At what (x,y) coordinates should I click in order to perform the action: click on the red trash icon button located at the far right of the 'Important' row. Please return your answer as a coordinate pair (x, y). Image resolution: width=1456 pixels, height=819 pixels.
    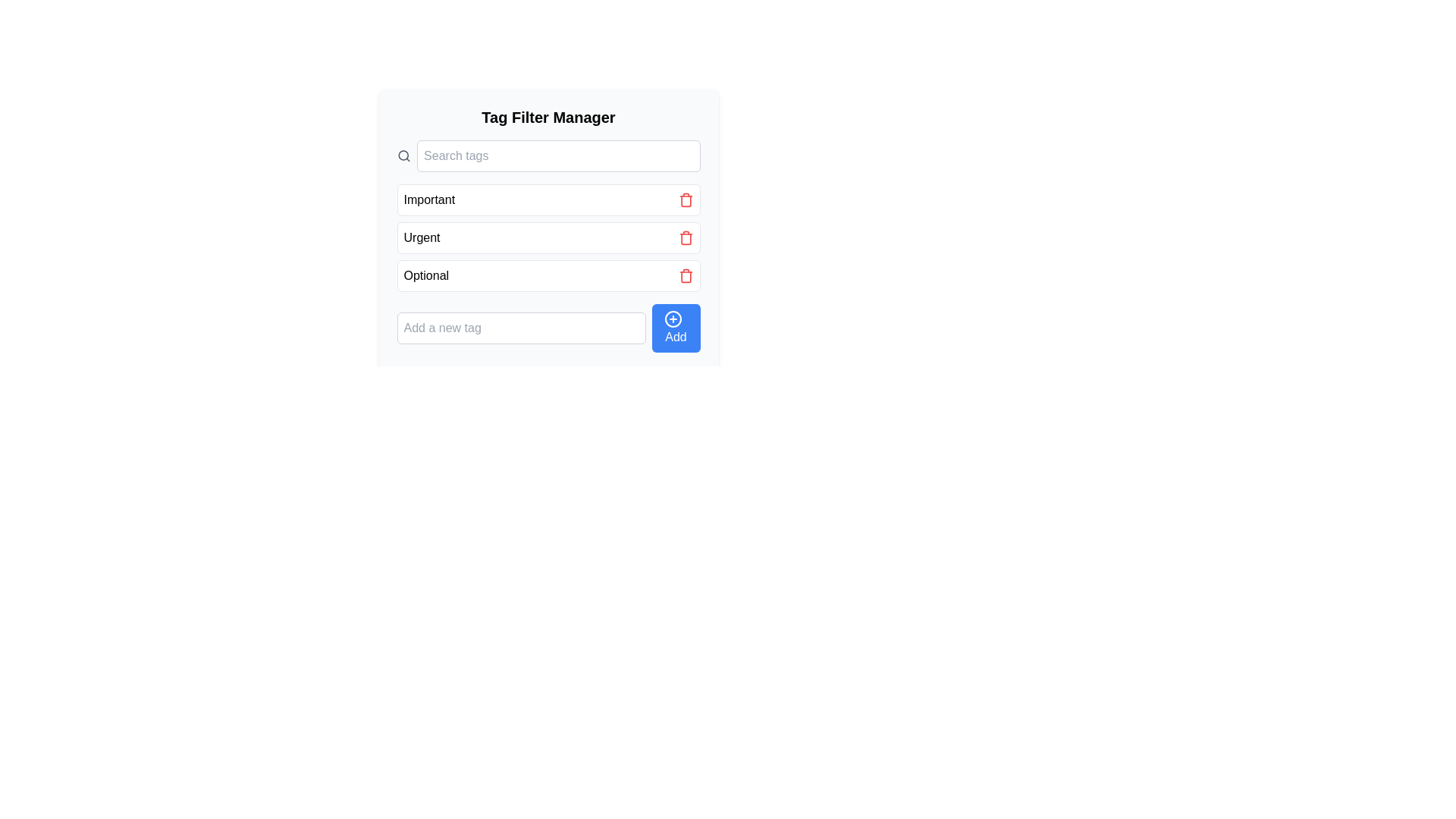
    Looking at the image, I should click on (685, 199).